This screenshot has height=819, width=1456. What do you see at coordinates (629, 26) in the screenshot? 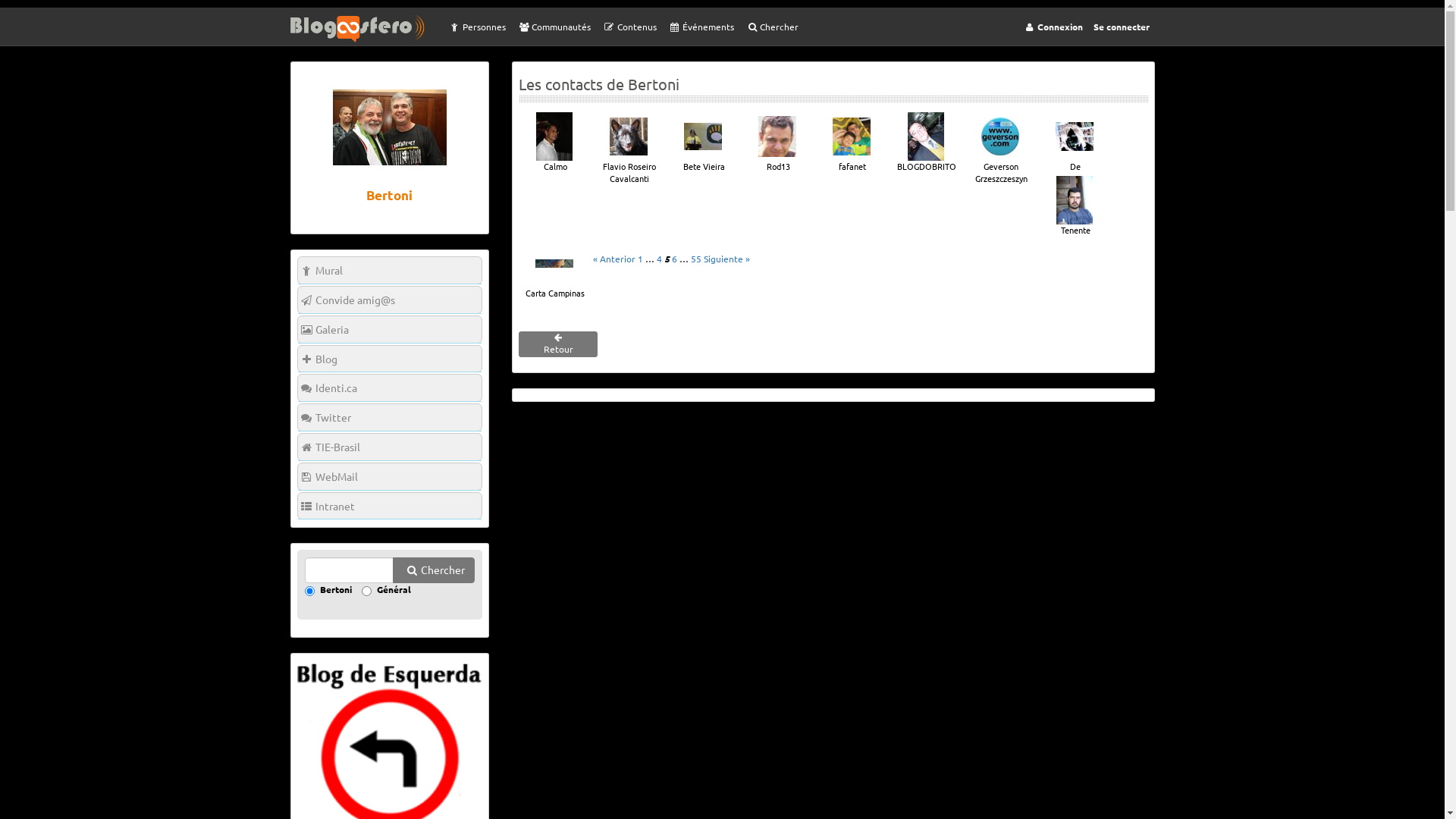
I see `'Contenus'` at bounding box center [629, 26].